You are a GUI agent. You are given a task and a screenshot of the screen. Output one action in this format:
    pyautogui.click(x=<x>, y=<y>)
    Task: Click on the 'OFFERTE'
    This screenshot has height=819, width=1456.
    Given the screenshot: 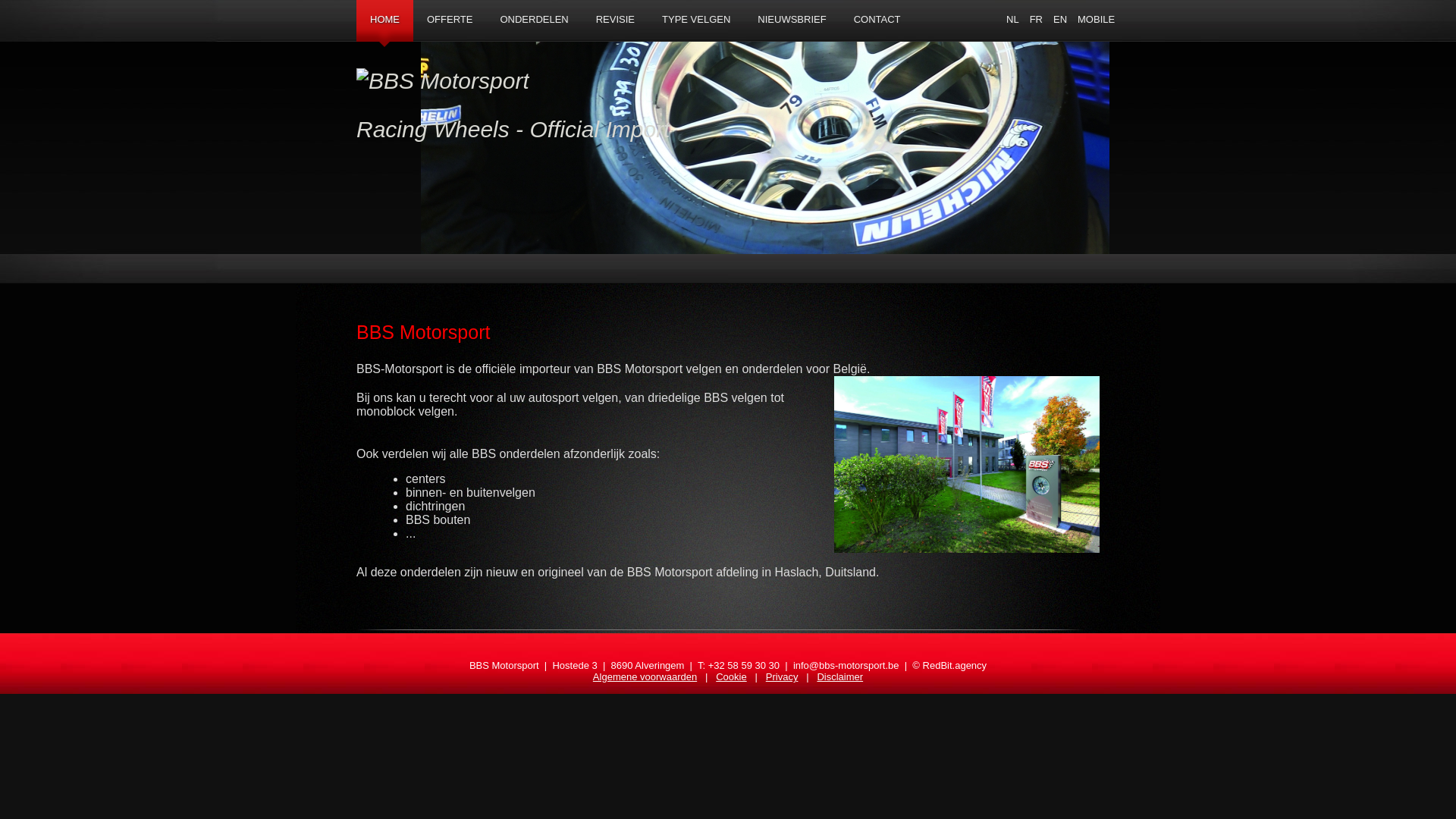 What is the action you would take?
    pyautogui.click(x=449, y=19)
    